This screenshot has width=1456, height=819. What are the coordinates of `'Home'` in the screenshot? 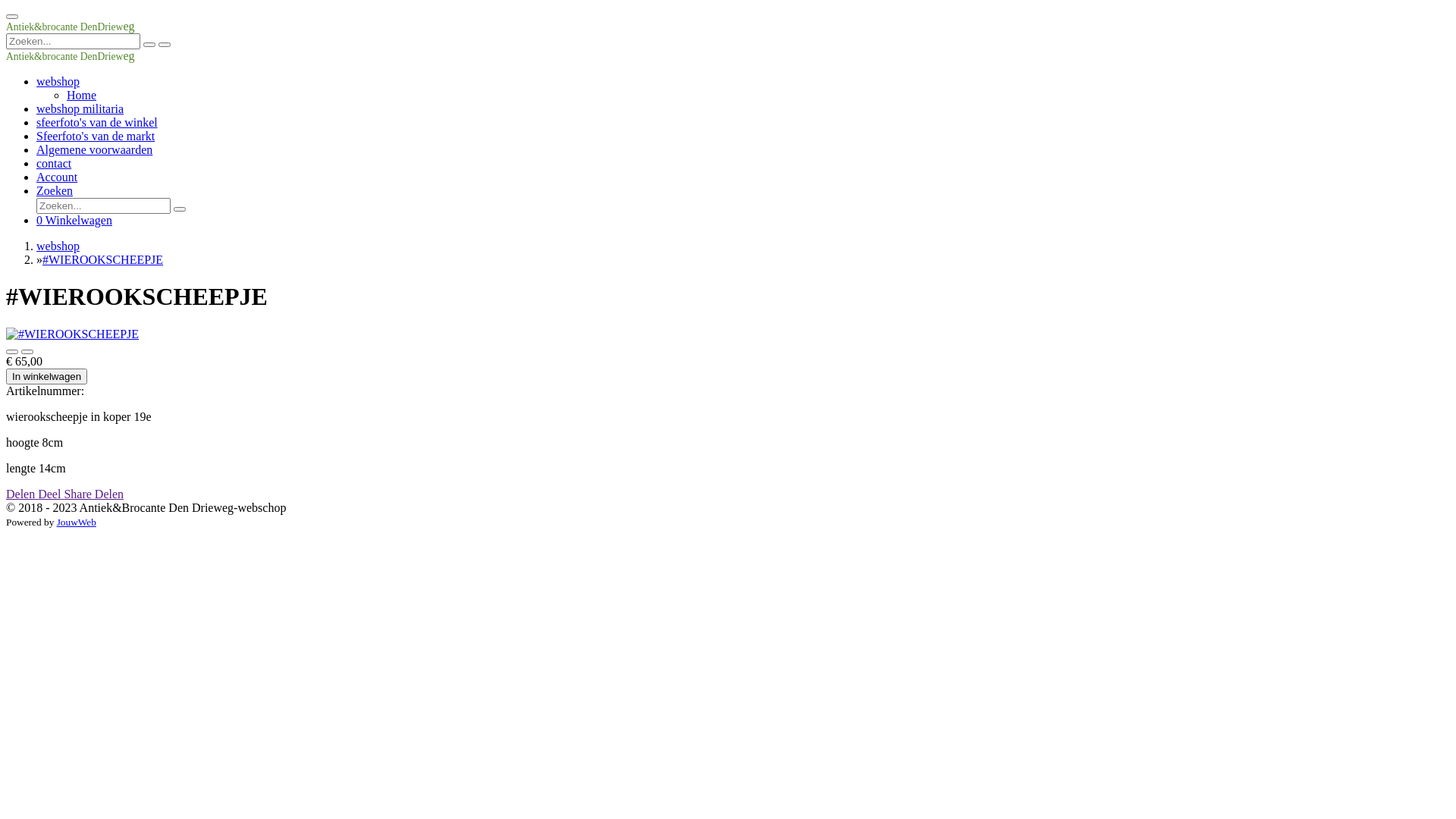 It's located at (65, 95).